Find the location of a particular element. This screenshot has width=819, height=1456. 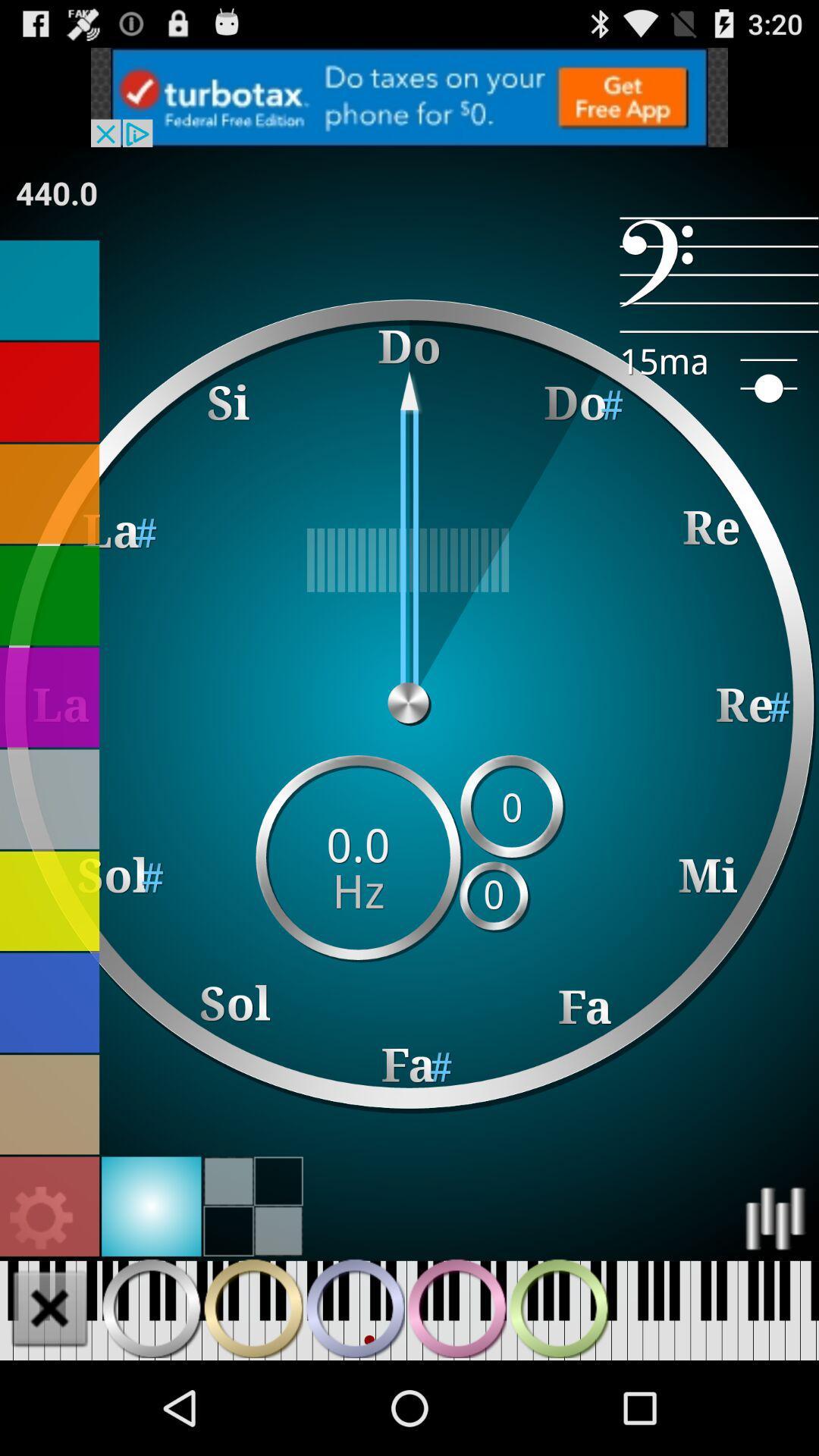

paino is located at coordinates (253, 1307).